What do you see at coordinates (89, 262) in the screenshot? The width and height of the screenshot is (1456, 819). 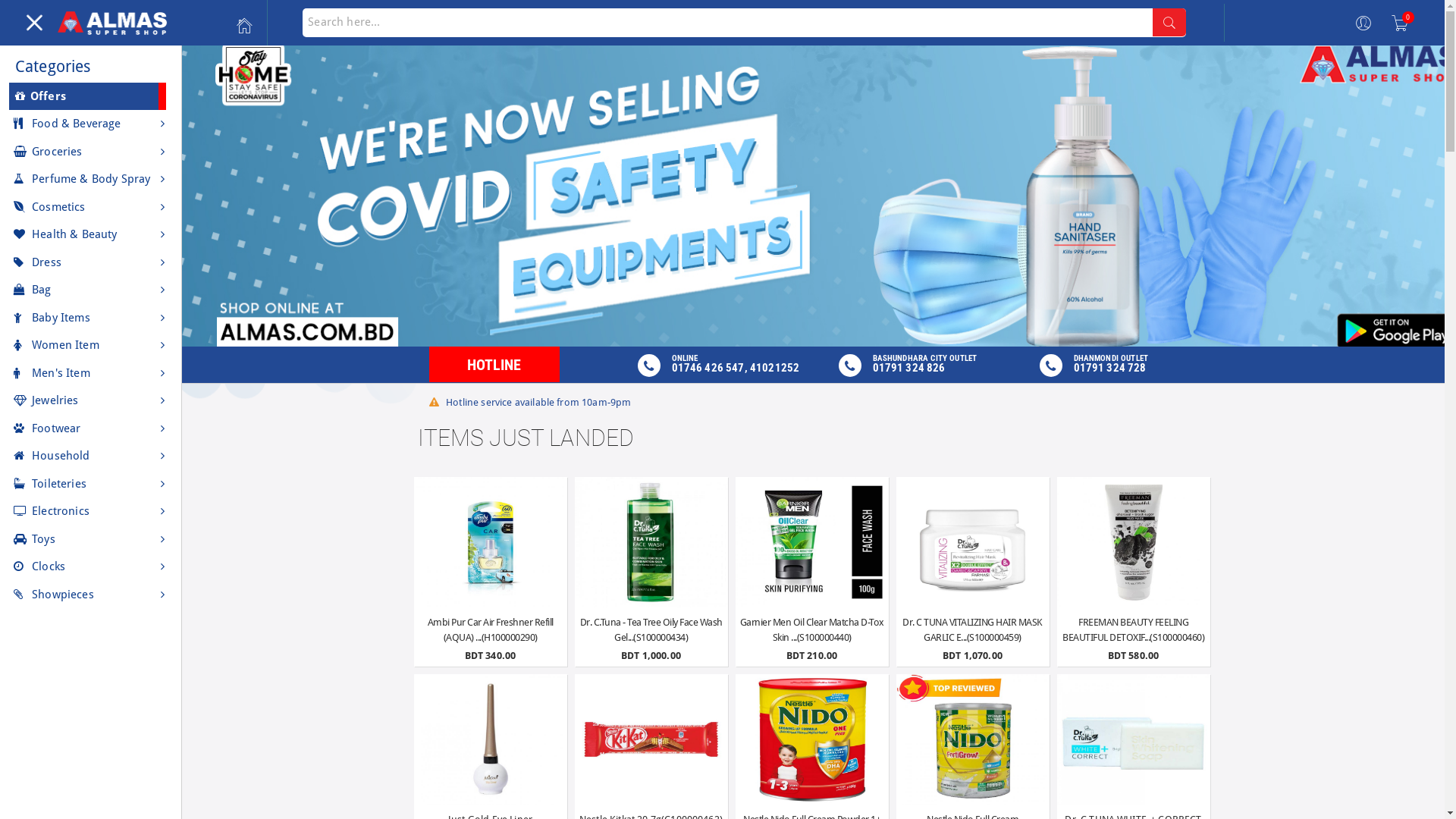 I see `'Dress'` at bounding box center [89, 262].